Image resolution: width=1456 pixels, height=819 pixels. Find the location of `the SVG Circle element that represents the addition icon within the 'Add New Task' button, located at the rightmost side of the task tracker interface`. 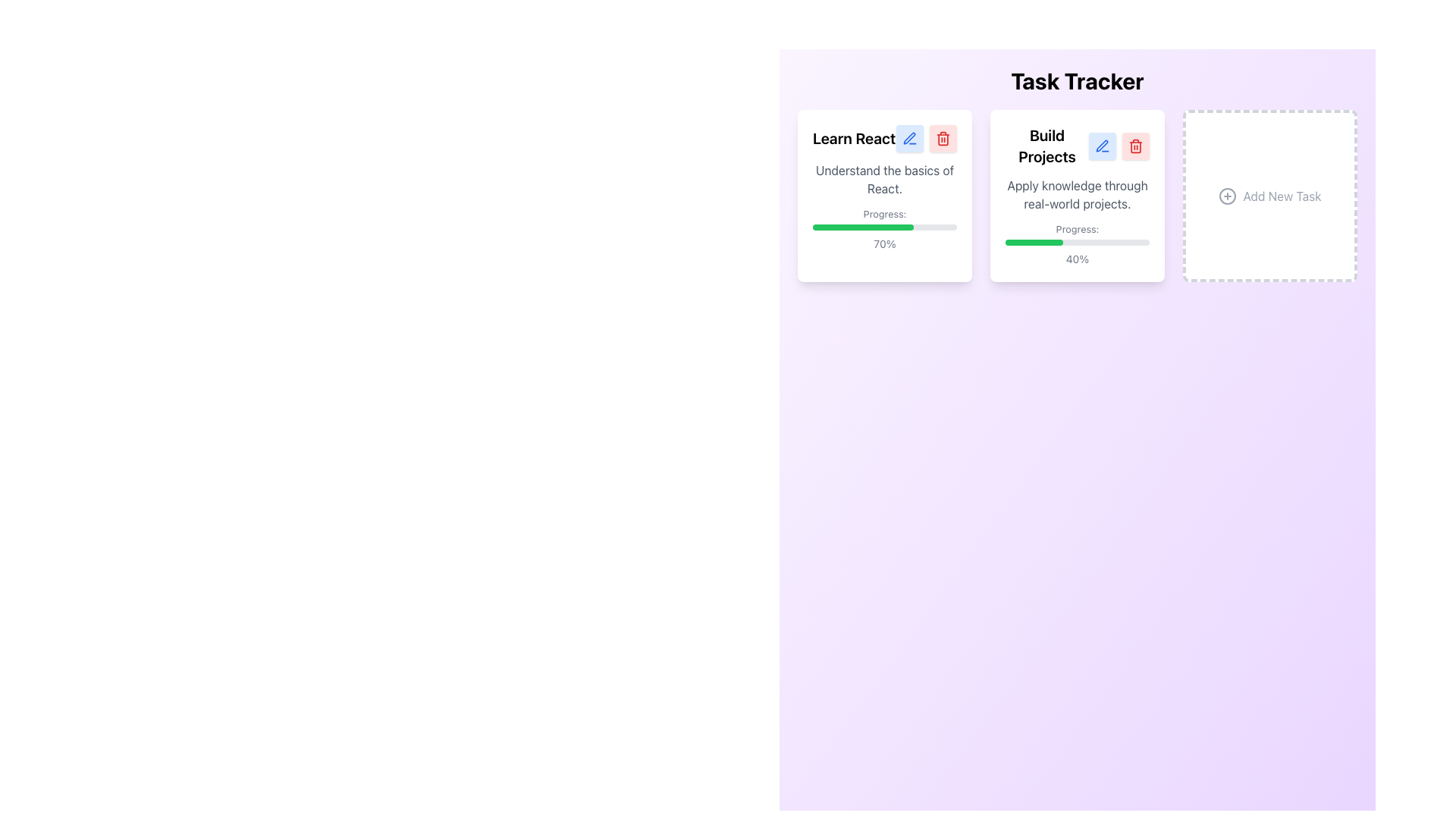

the SVG Circle element that represents the addition icon within the 'Add New Task' button, located at the rightmost side of the task tracker interface is located at coordinates (1228, 195).